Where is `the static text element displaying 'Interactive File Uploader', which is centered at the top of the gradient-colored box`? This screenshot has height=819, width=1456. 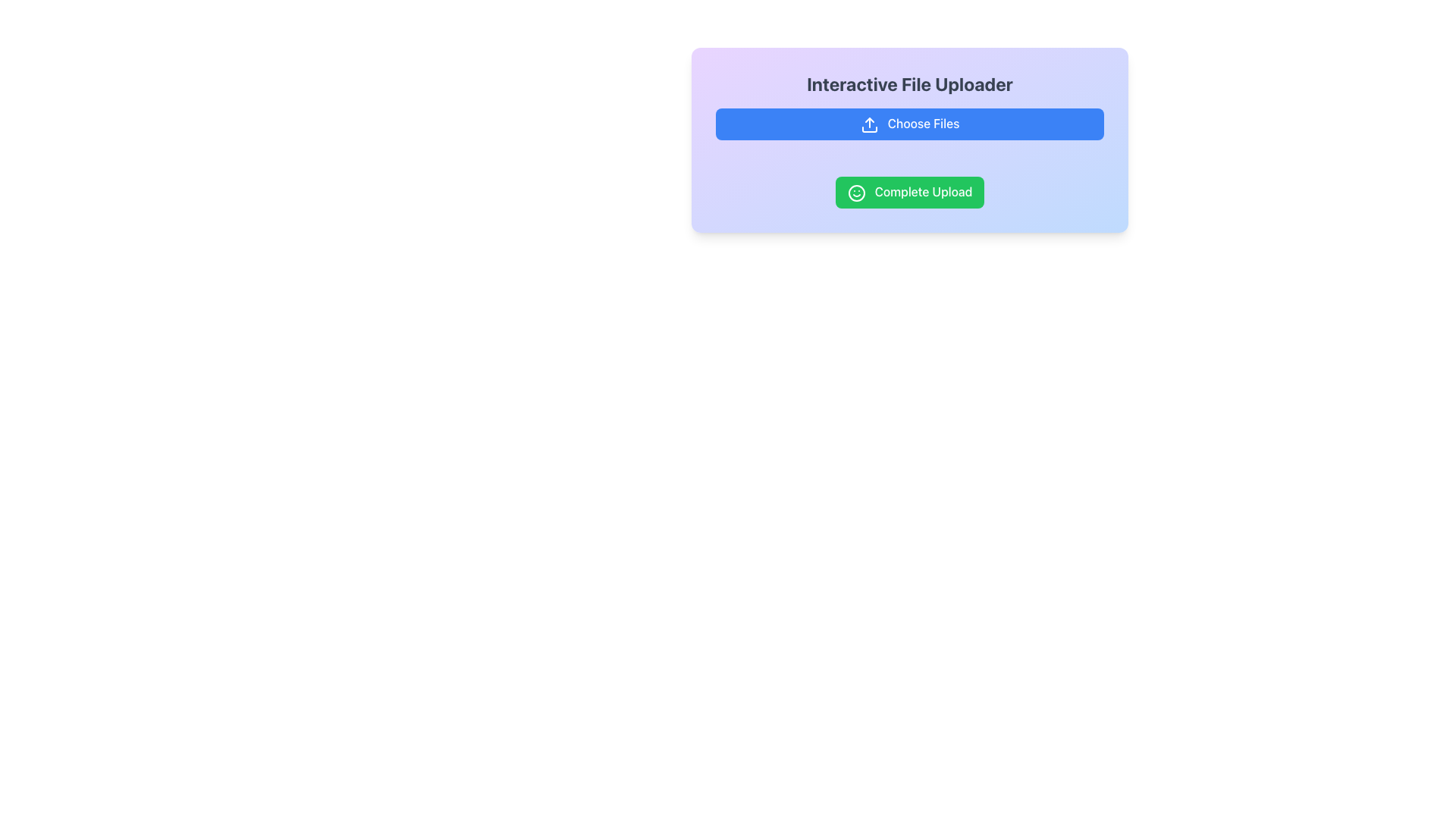
the static text element displaying 'Interactive File Uploader', which is centered at the top of the gradient-colored box is located at coordinates (910, 84).